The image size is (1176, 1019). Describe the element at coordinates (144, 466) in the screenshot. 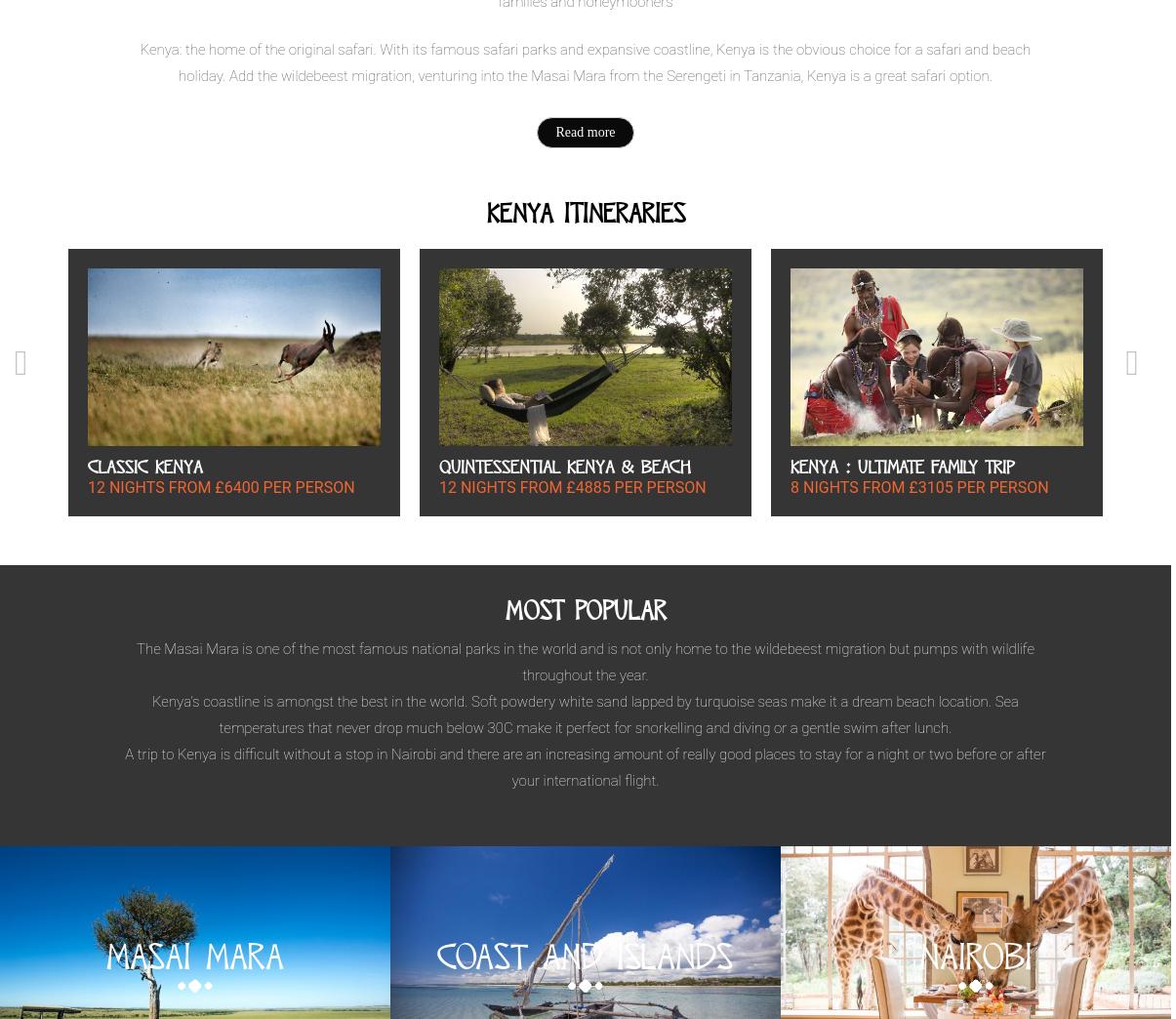

I see `'Classic Kenya'` at that location.